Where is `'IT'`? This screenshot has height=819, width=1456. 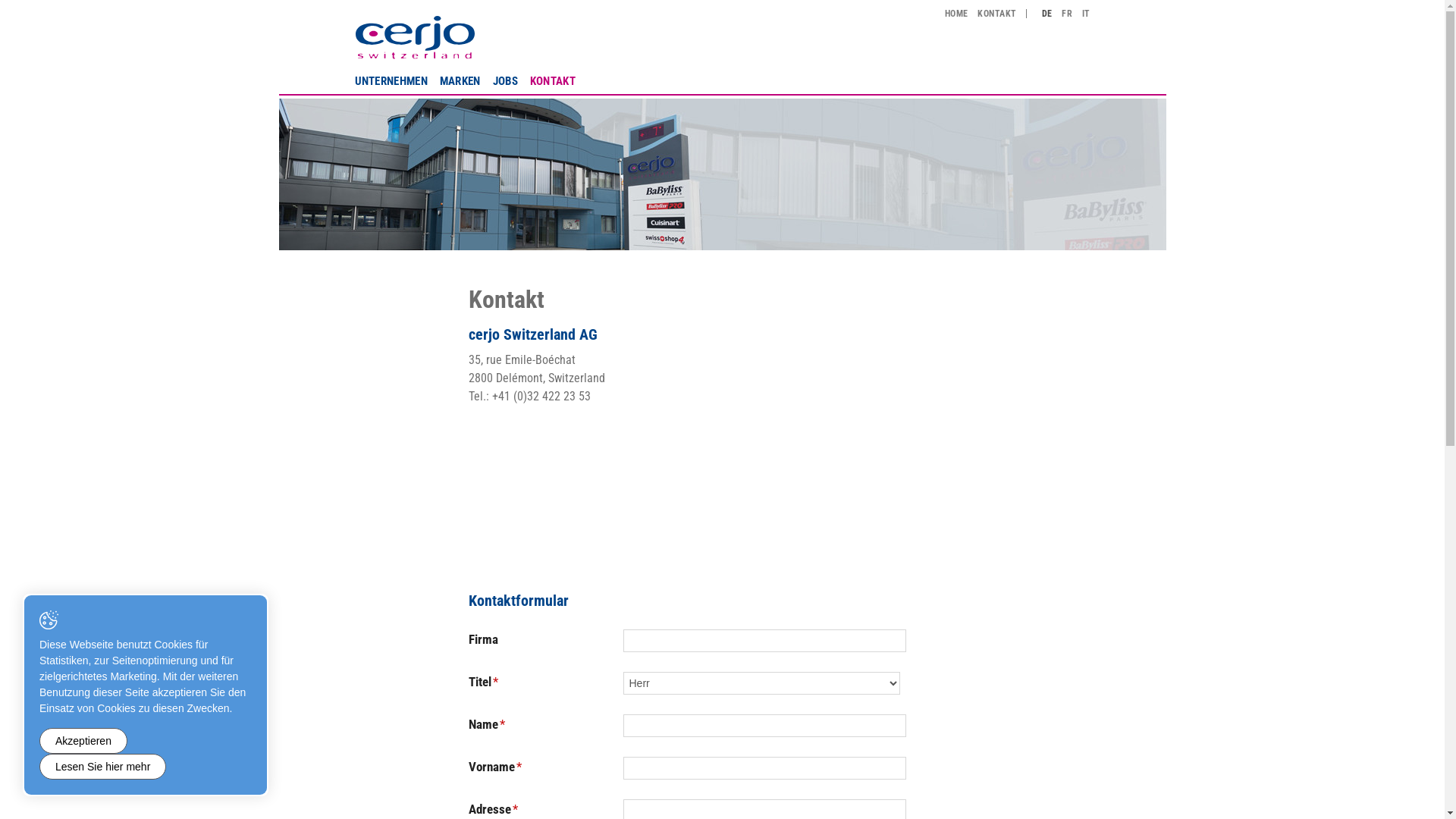
'IT' is located at coordinates (1085, 14).